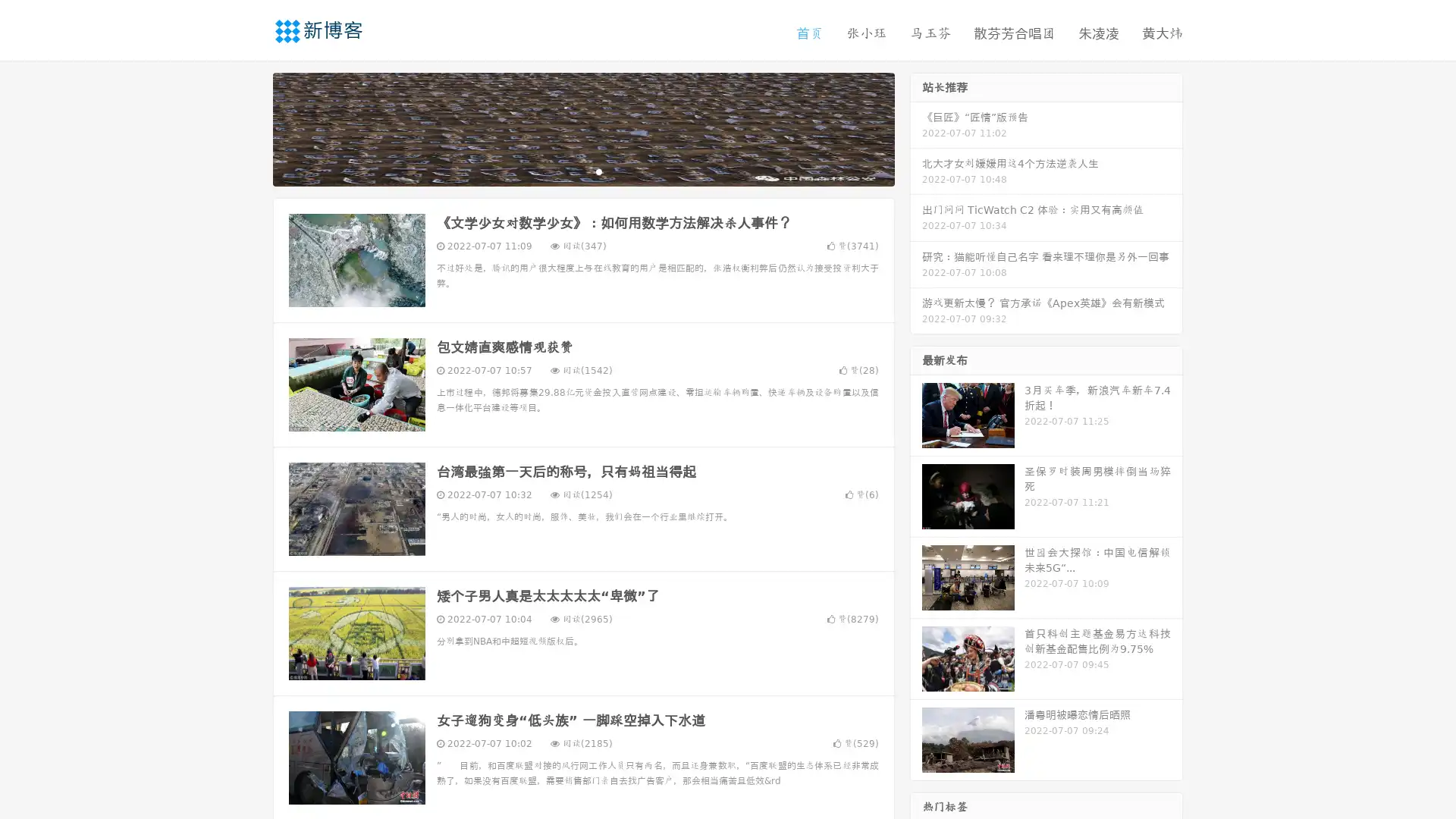 Image resolution: width=1456 pixels, height=819 pixels. Describe the element at coordinates (598, 171) in the screenshot. I see `Go to slide 3` at that location.